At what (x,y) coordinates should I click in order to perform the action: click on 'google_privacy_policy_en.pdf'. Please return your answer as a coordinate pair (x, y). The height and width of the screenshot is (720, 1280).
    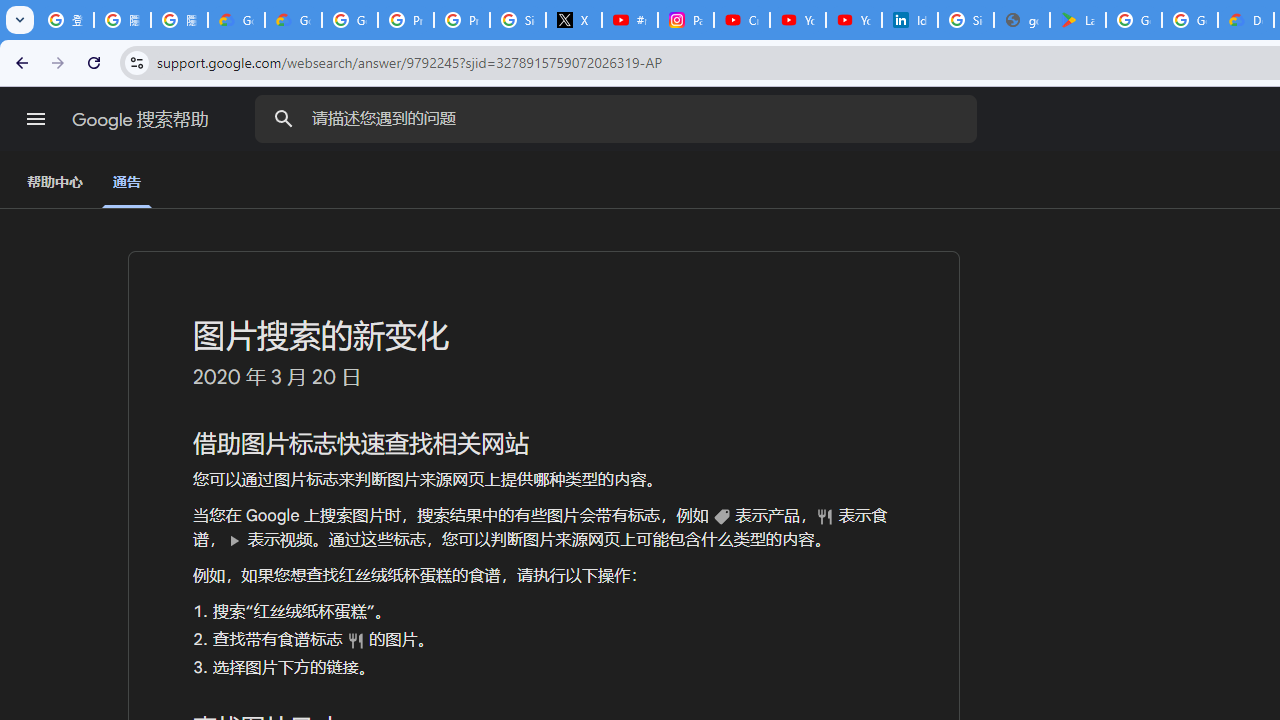
    Looking at the image, I should click on (1022, 20).